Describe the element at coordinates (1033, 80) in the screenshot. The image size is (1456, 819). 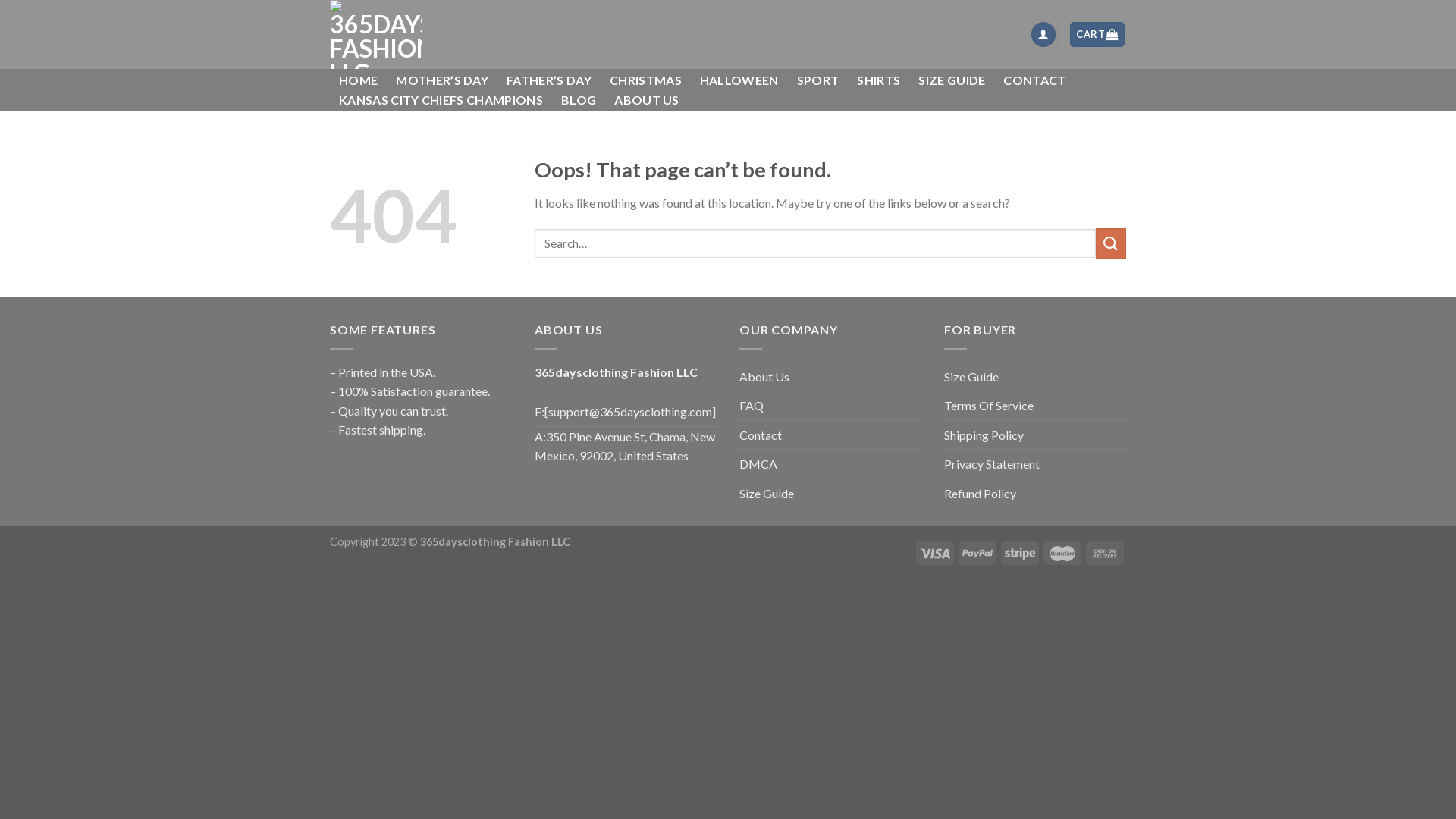
I see `'CONTACT'` at that location.